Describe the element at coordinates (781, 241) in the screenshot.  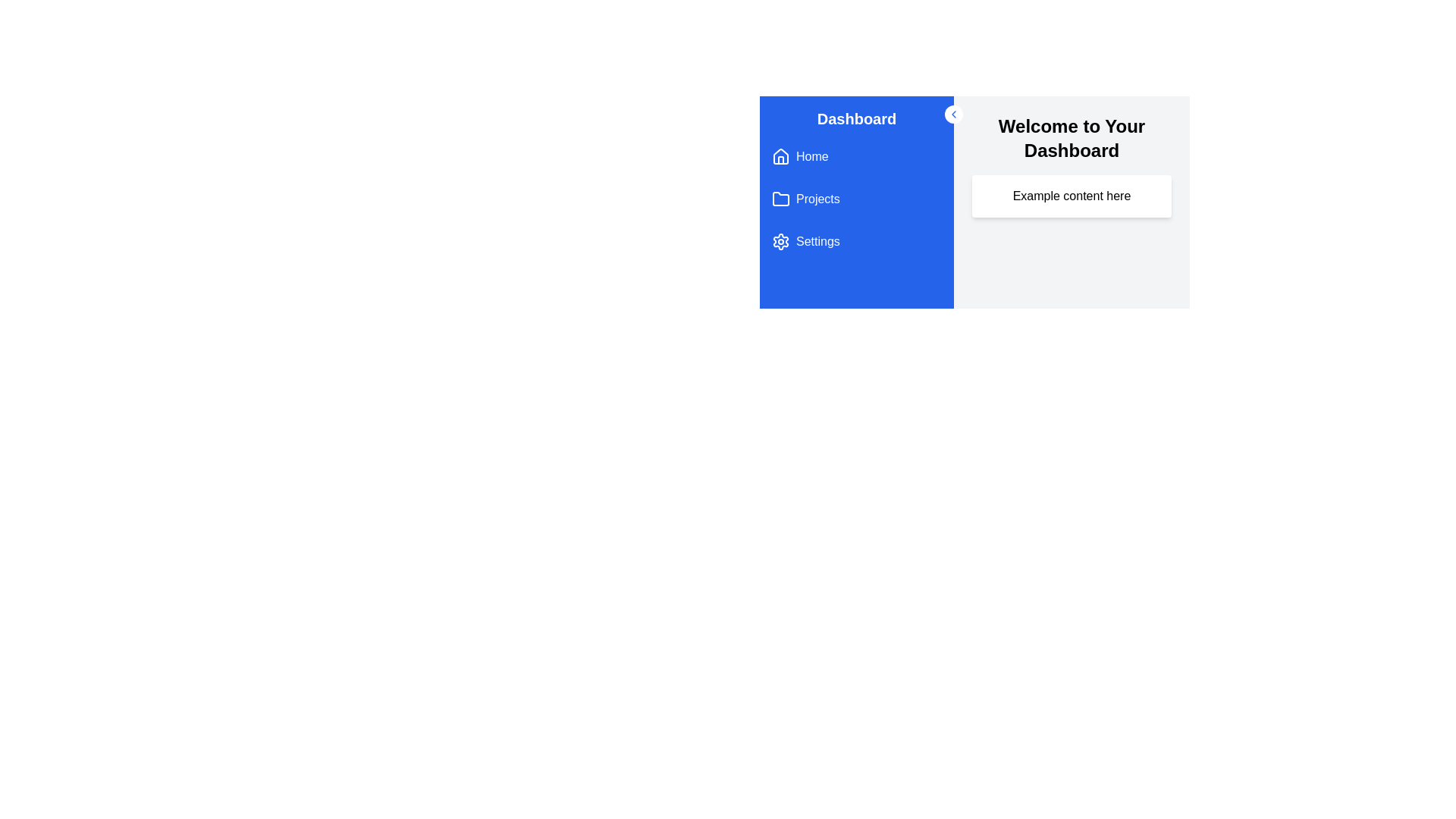
I see `the settings menu icon located` at that location.